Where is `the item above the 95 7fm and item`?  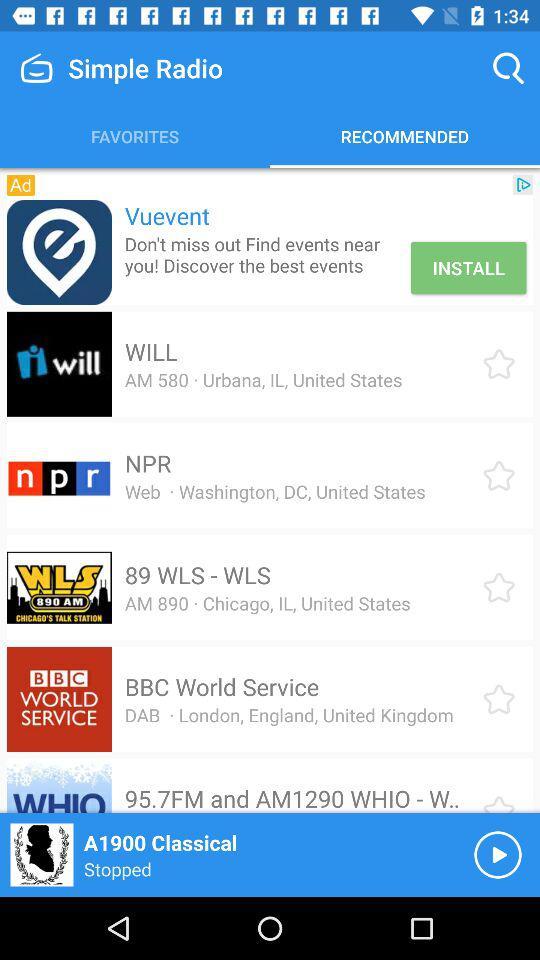 the item above the 95 7fm and item is located at coordinates (288, 715).